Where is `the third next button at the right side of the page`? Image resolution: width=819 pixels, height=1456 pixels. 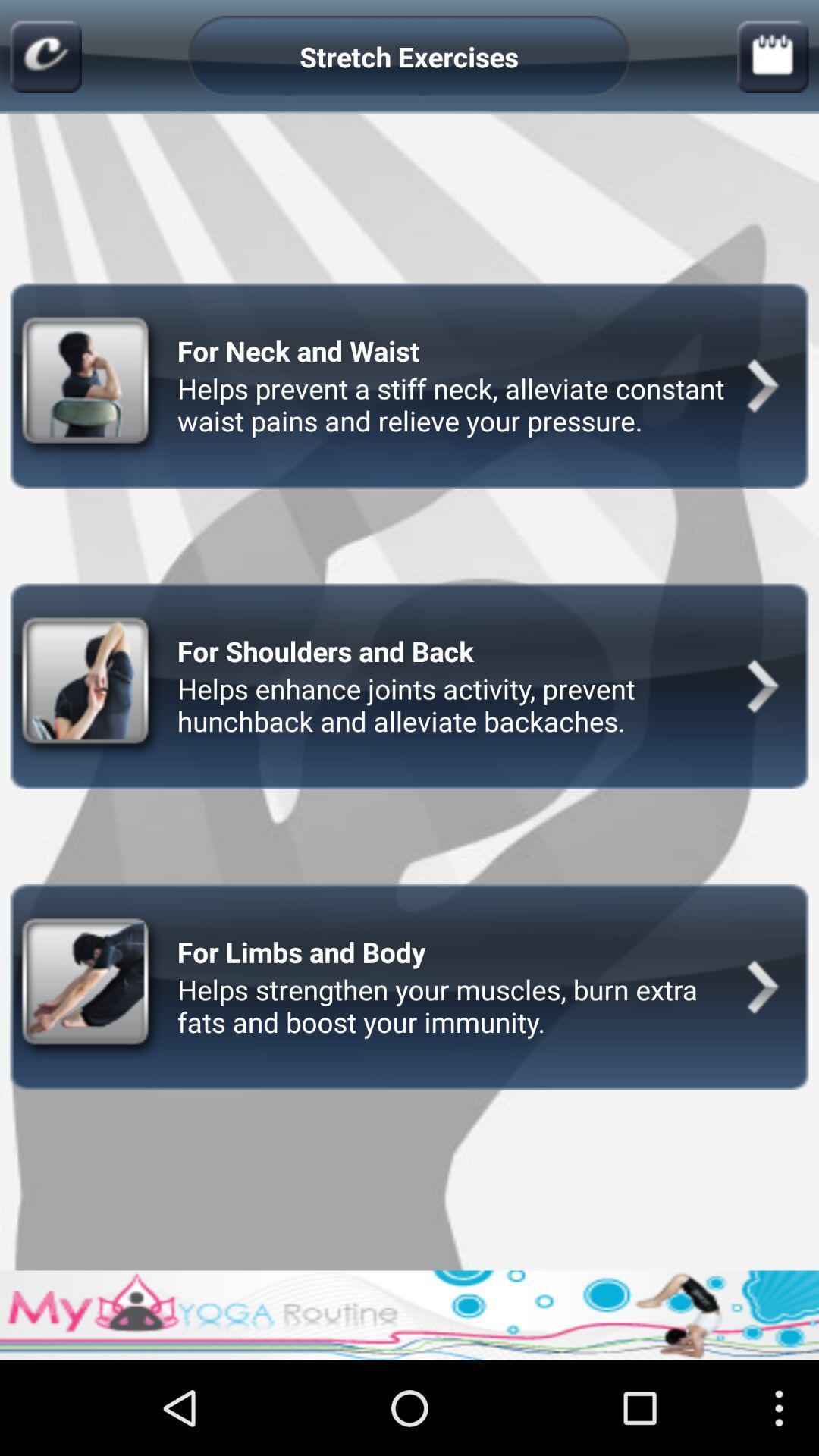
the third next button at the right side of the page is located at coordinates (763, 987).